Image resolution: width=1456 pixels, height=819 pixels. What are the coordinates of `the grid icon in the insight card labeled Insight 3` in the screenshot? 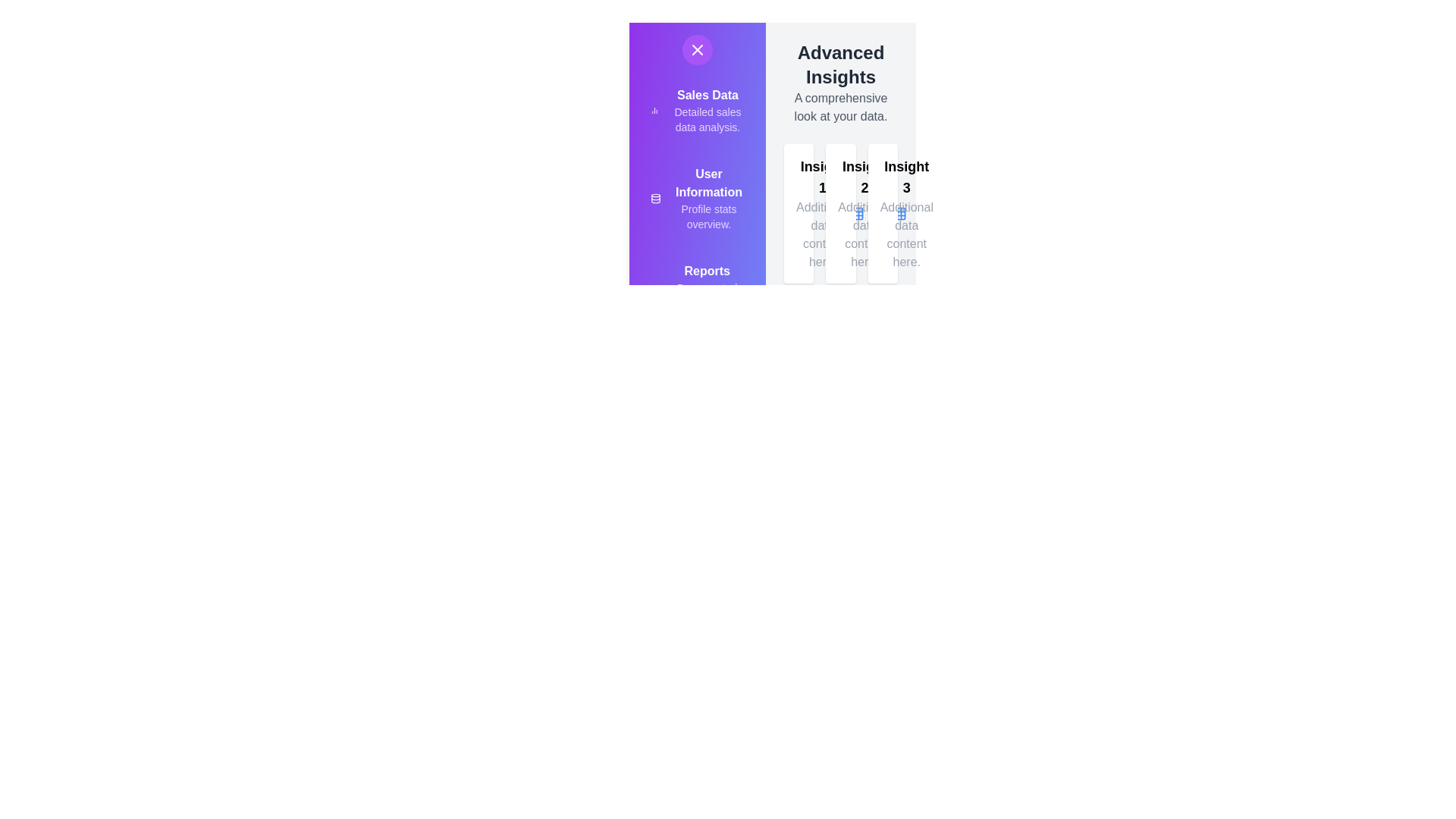 It's located at (940, 213).